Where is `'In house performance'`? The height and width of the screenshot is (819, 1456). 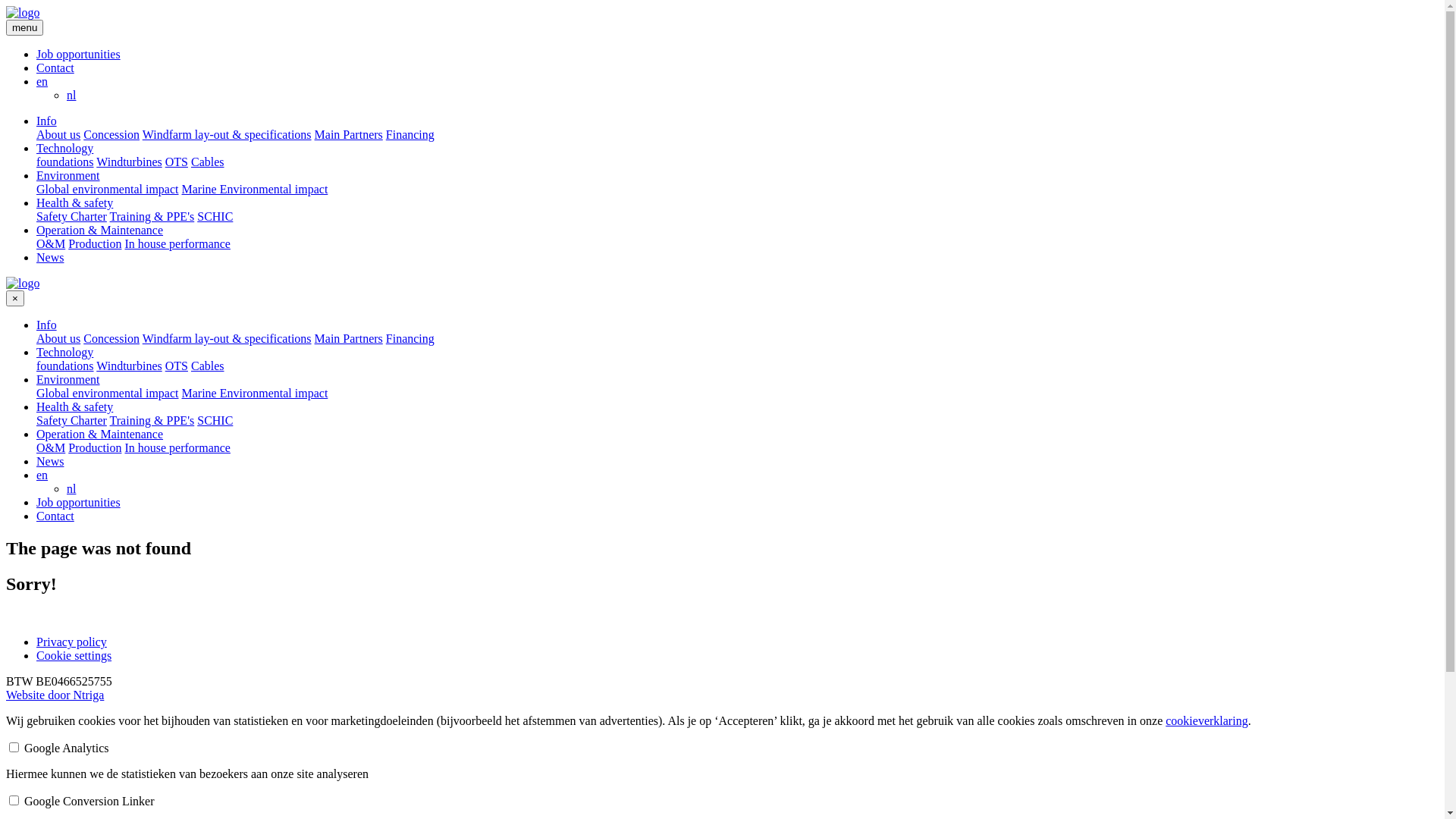 'In house performance' is located at coordinates (177, 447).